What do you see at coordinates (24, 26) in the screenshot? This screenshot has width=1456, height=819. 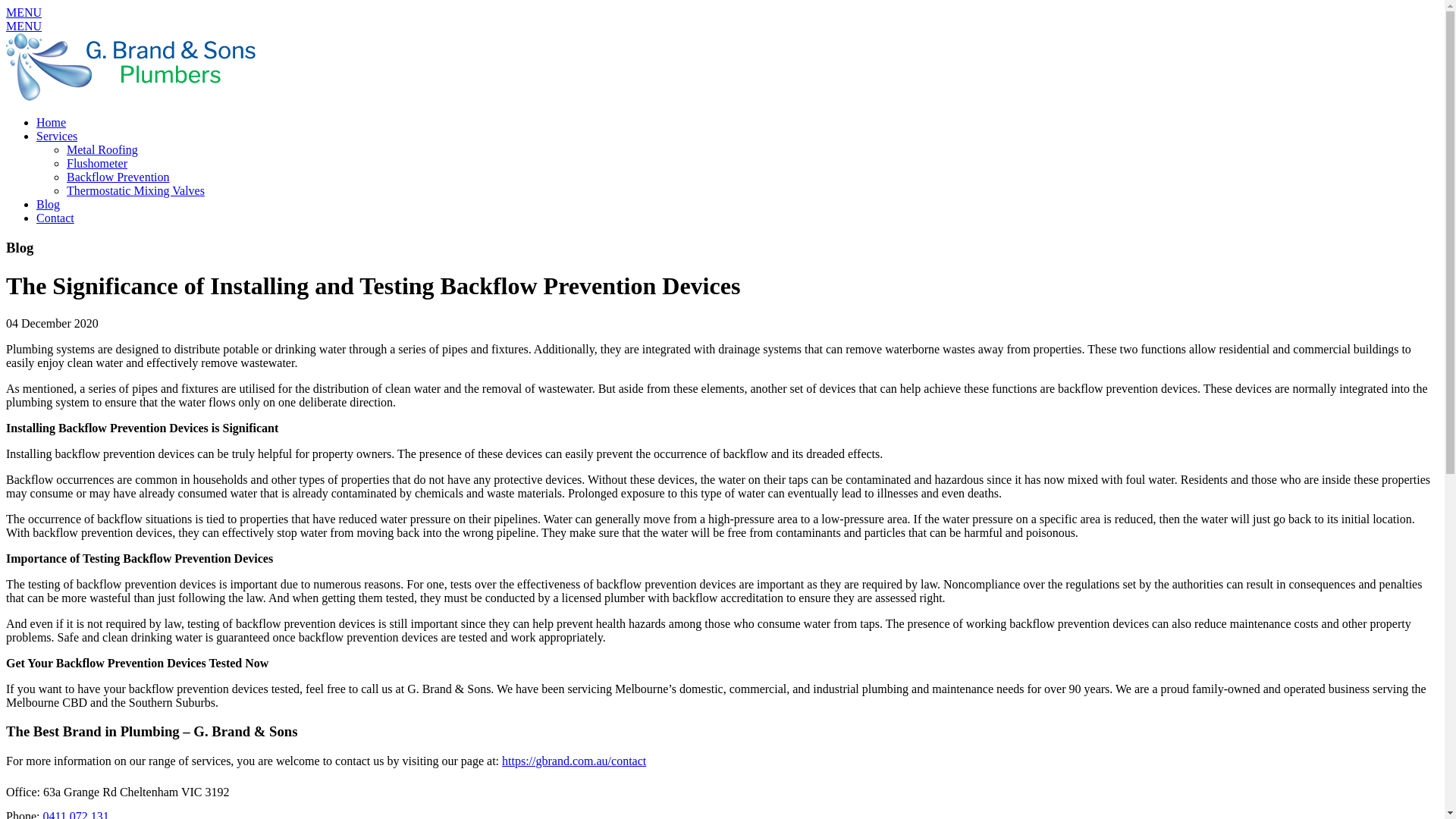 I see `'MENU'` at bounding box center [24, 26].